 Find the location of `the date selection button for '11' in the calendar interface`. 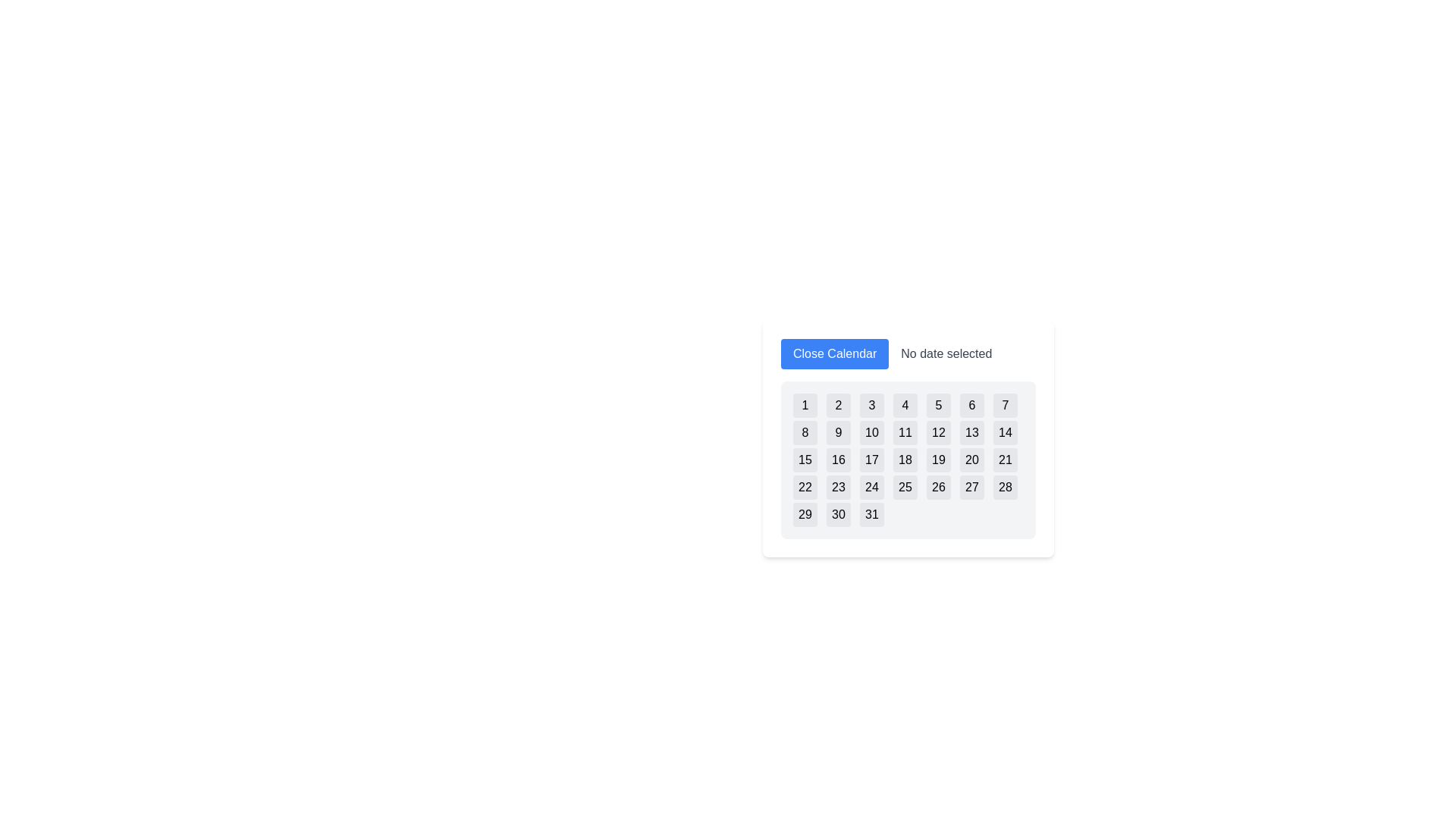

the date selection button for '11' in the calendar interface is located at coordinates (905, 432).